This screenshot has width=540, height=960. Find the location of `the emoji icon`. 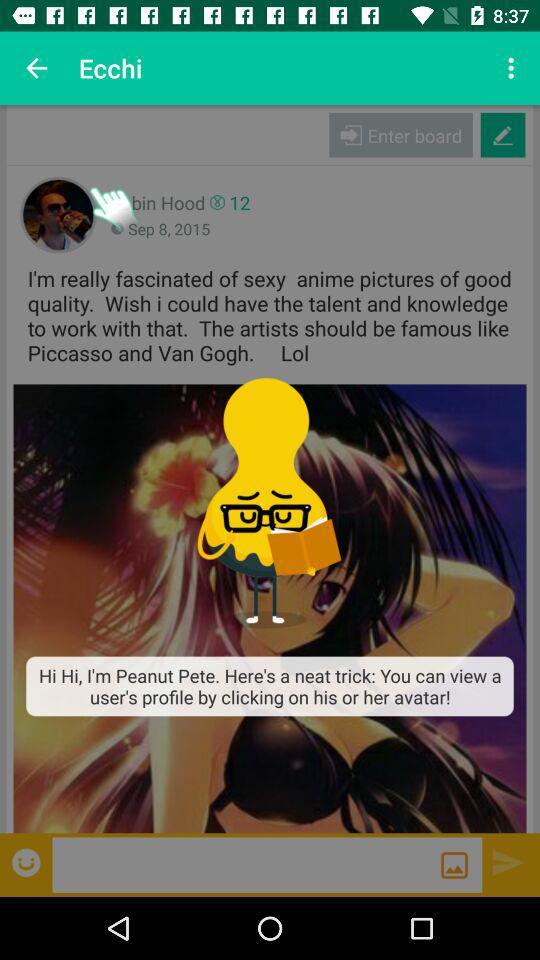

the emoji icon is located at coordinates (27, 861).